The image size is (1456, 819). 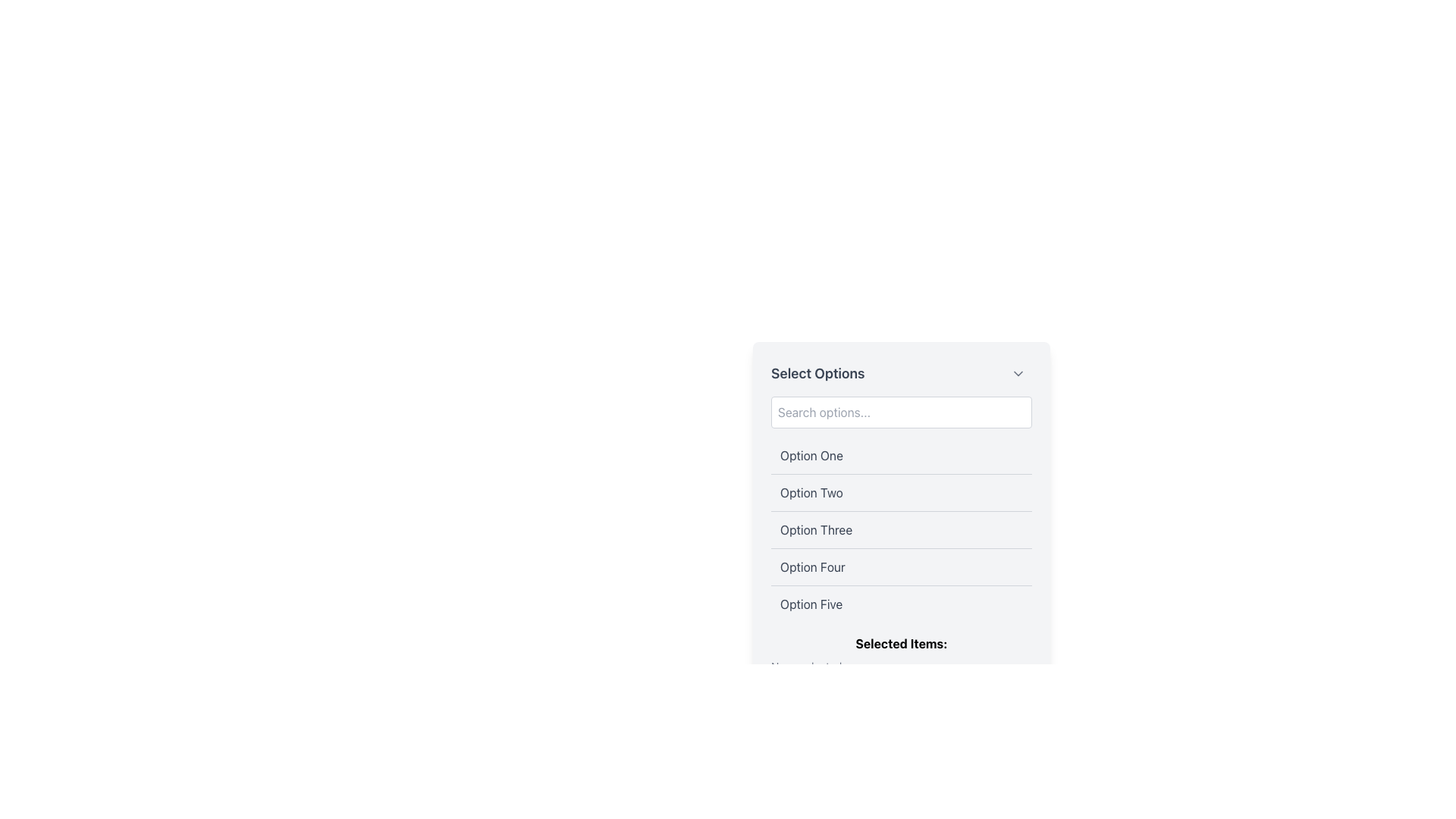 What do you see at coordinates (811, 567) in the screenshot?
I see `the text label 'Option Four'` at bounding box center [811, 567].